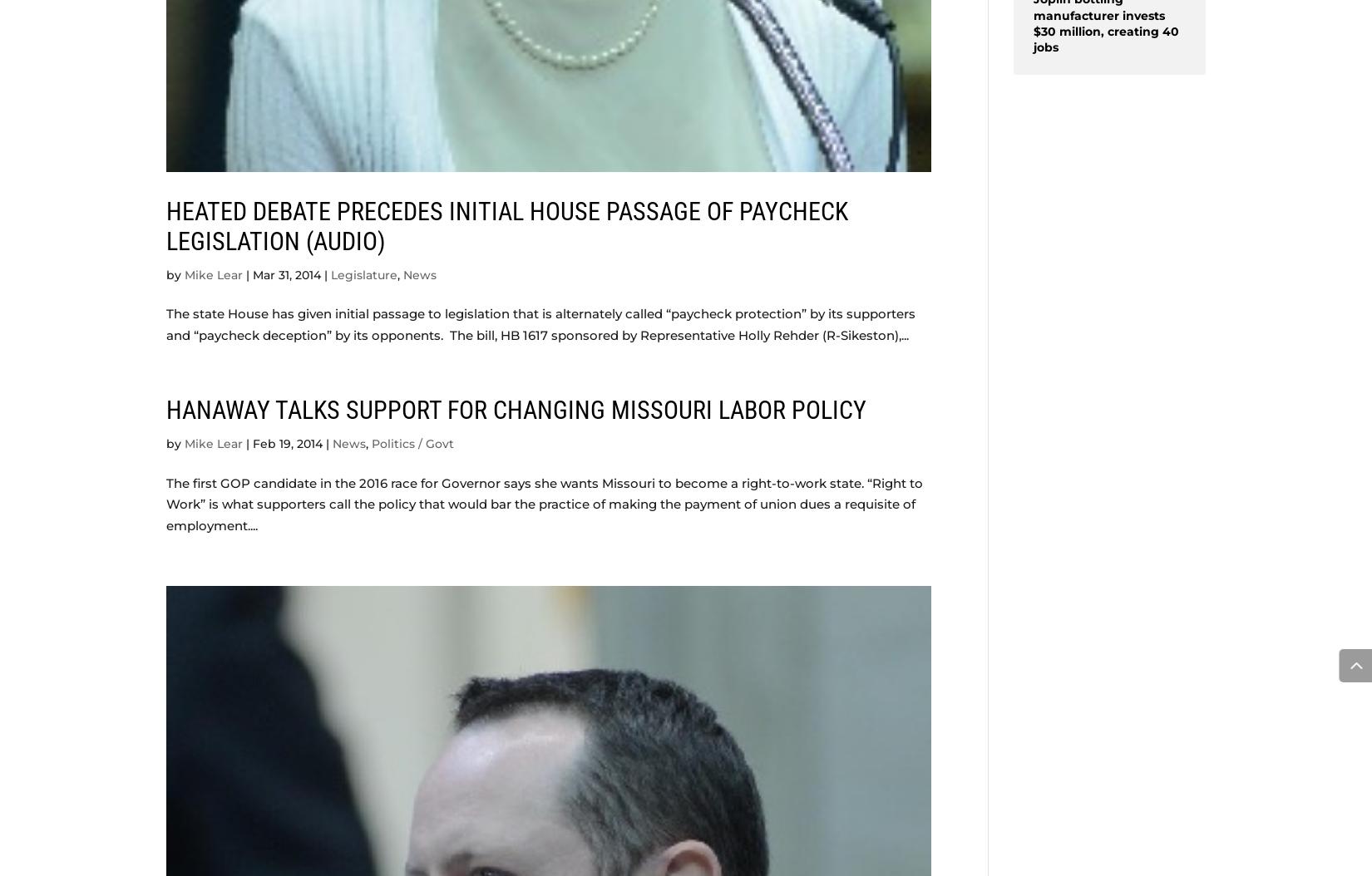 The height and width of the screenshot is (876, 1372). Describe the element at coordinates (506, 224) in the screenshot. I see `'Heated debate precedes initial House passage of paycheck legislation (AUDIO)'` at that location.